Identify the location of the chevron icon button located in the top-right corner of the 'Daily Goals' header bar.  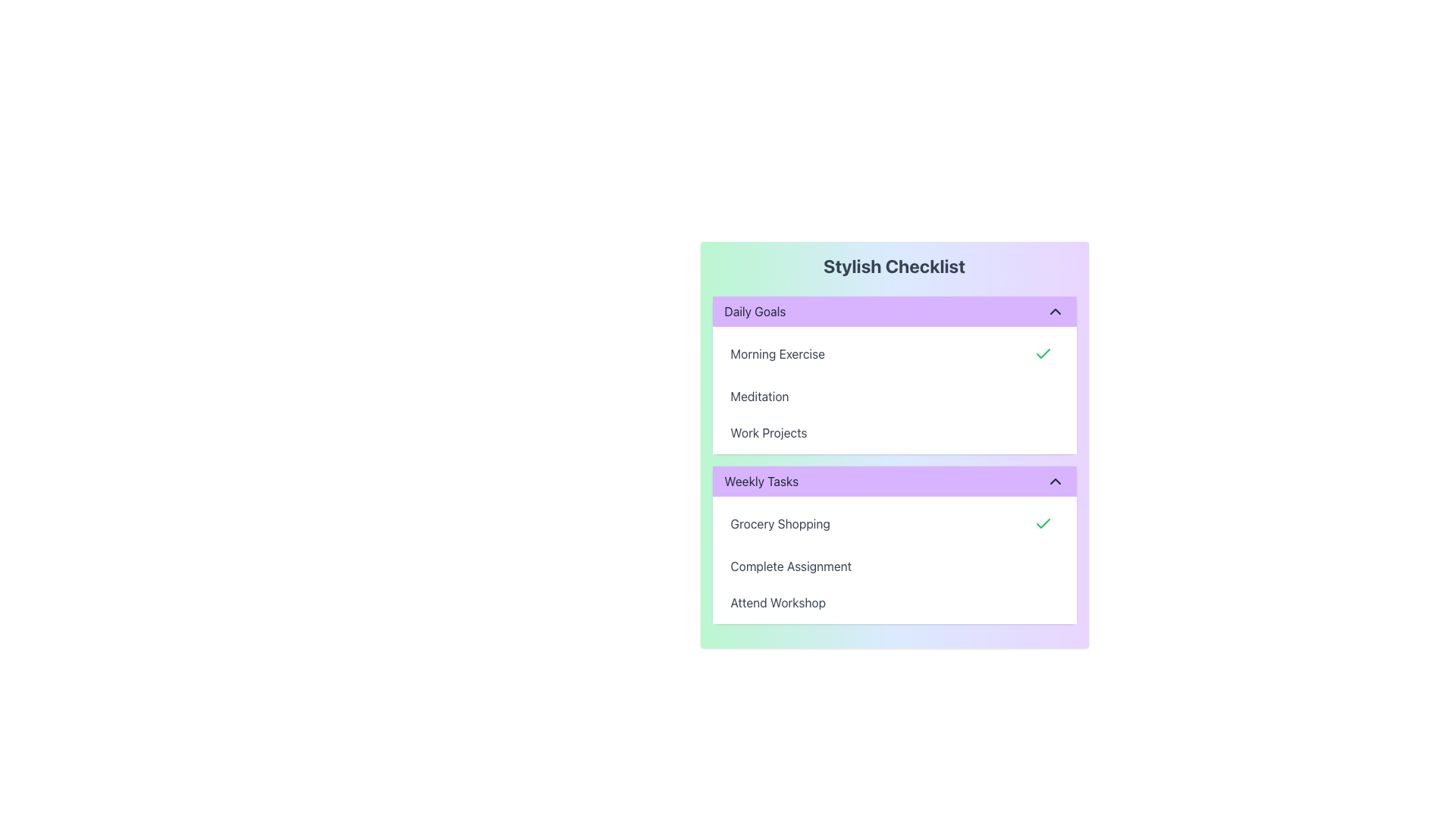
(1054, 311).